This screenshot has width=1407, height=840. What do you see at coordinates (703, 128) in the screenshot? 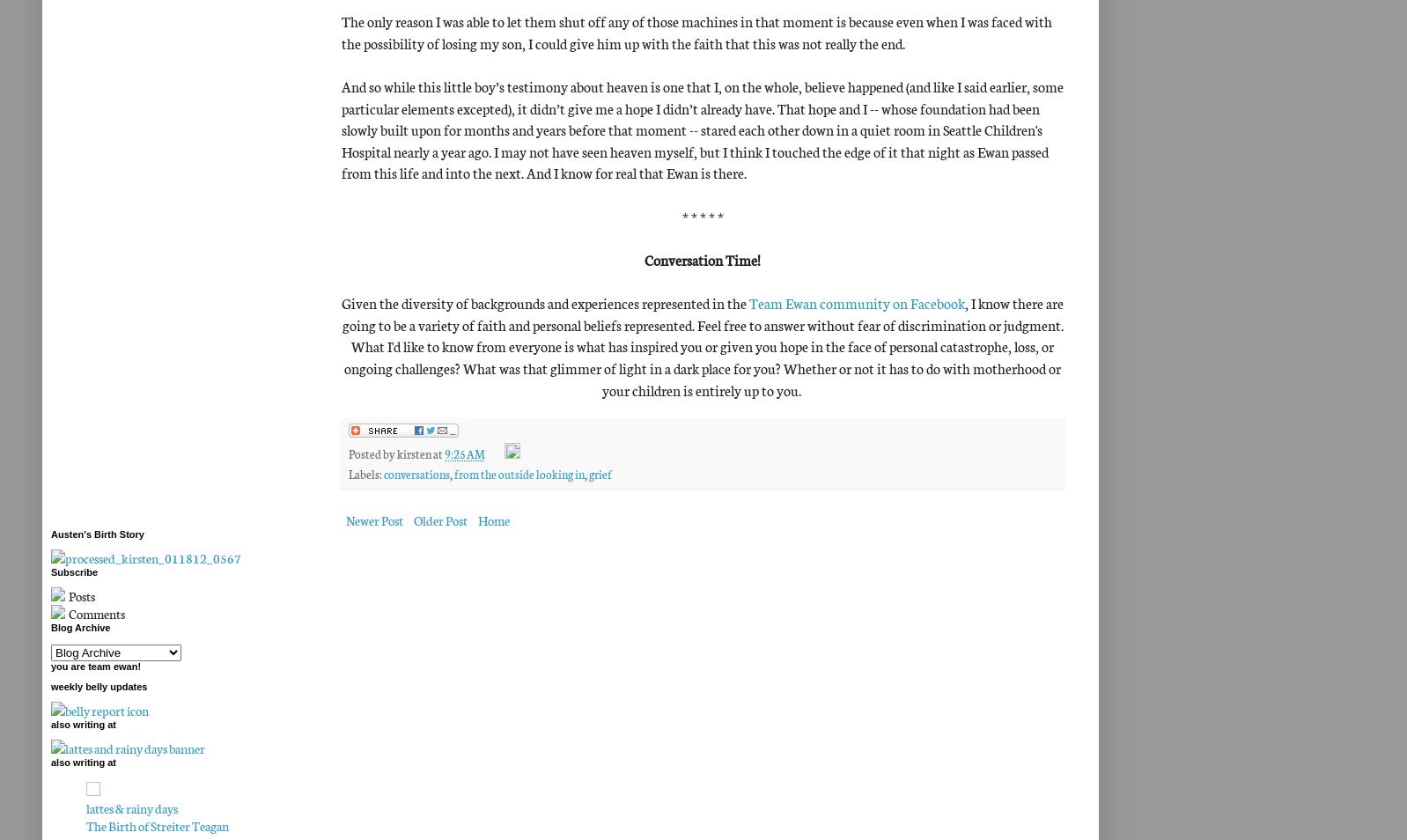
I see `'And so while this little boy’s testimony about heaven is one that I, on the whole, believe happened (and like I said earlier, some particular elements excepted), it didn’t give me a hope I didn’t already have. That hope and I -- whose foundation had been slowly built upon for months and years before that moment -- stared each other down in a quiet room in Seattle Children's Hospital nearly a year ago. I may not have seen heaven myself, but I think I touched the edge of it that night as Ewan passed from this life and into the next. And I know for real that Ewan is there.'` at bounding box center [703, 128].